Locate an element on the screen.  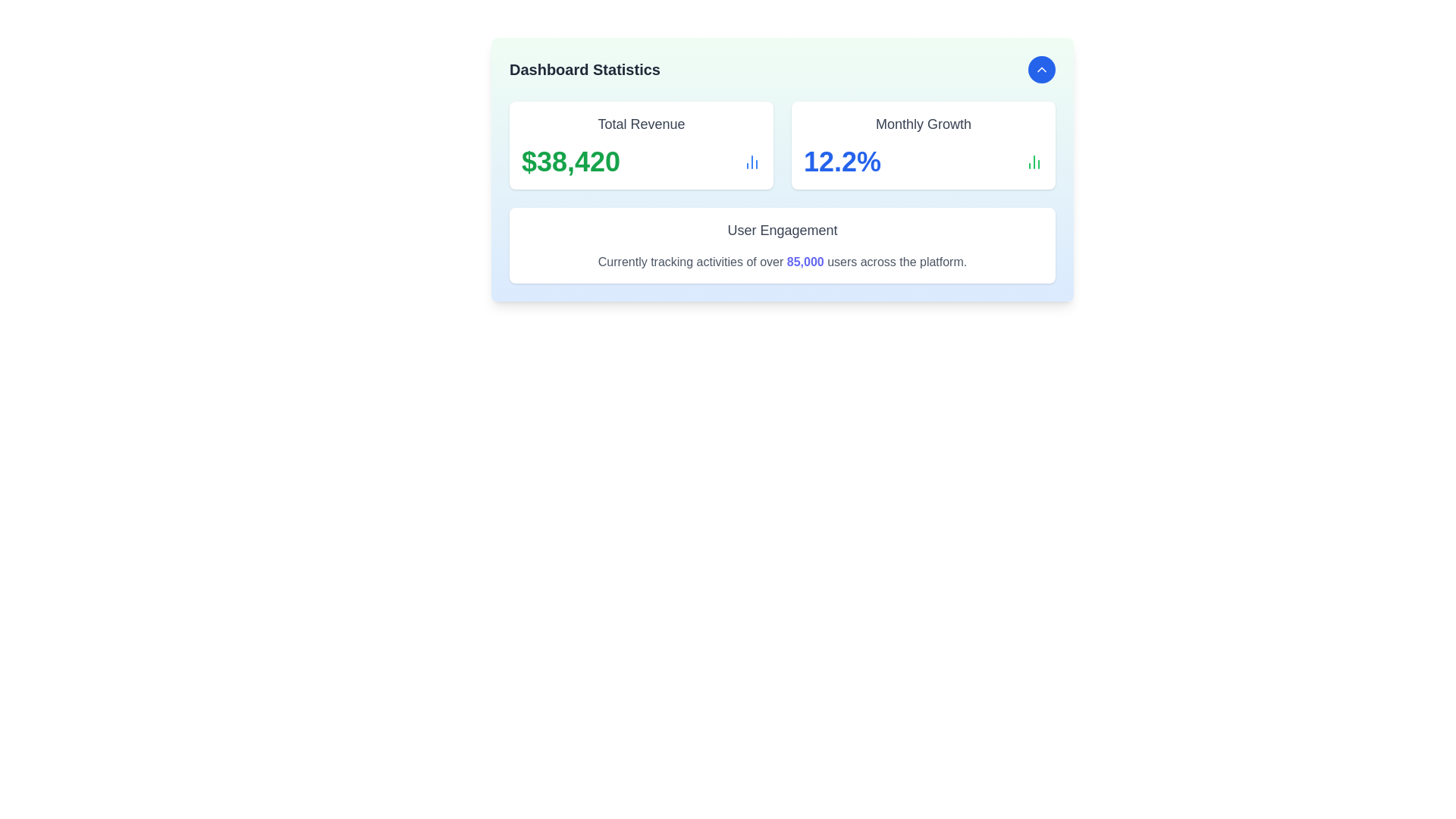
the Static Text displaying the dollar amount "$38,420" in bold, extra-large green font, located under the heading "Total Revenue." is located at coordinates (570, 162).